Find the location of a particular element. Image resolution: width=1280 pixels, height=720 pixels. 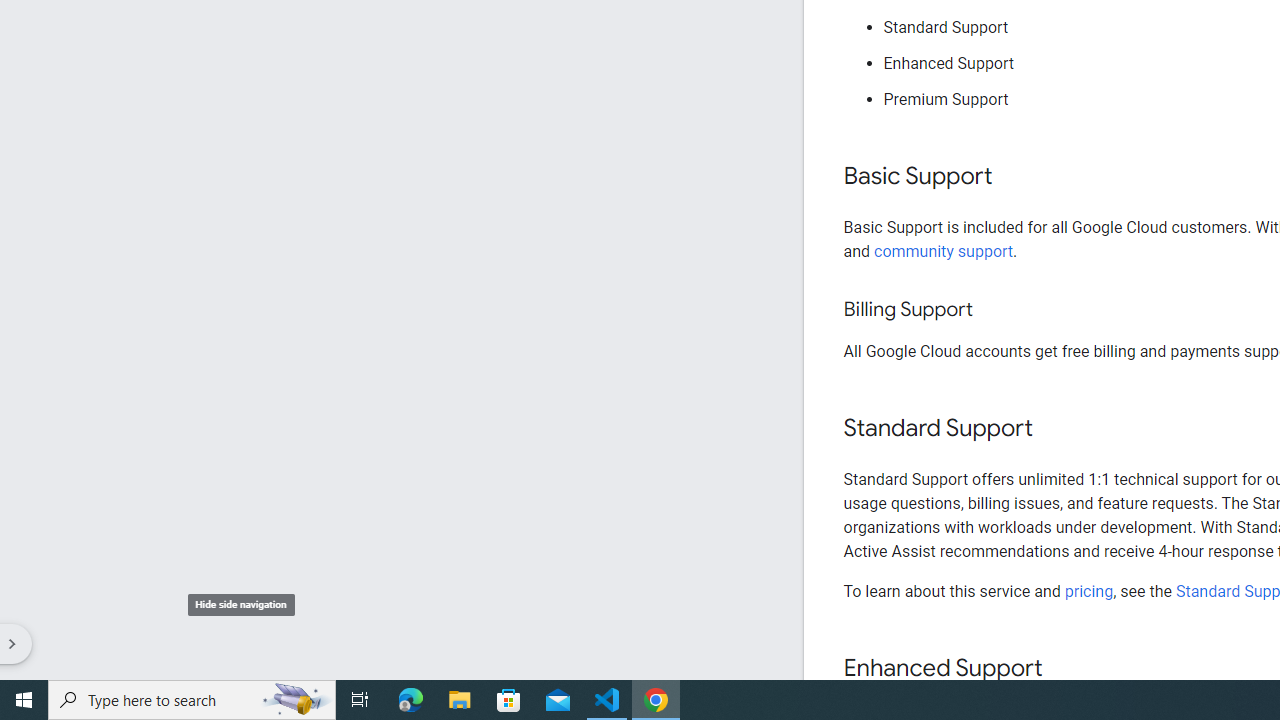

'pricing' is located at coordinates (1087, 590).